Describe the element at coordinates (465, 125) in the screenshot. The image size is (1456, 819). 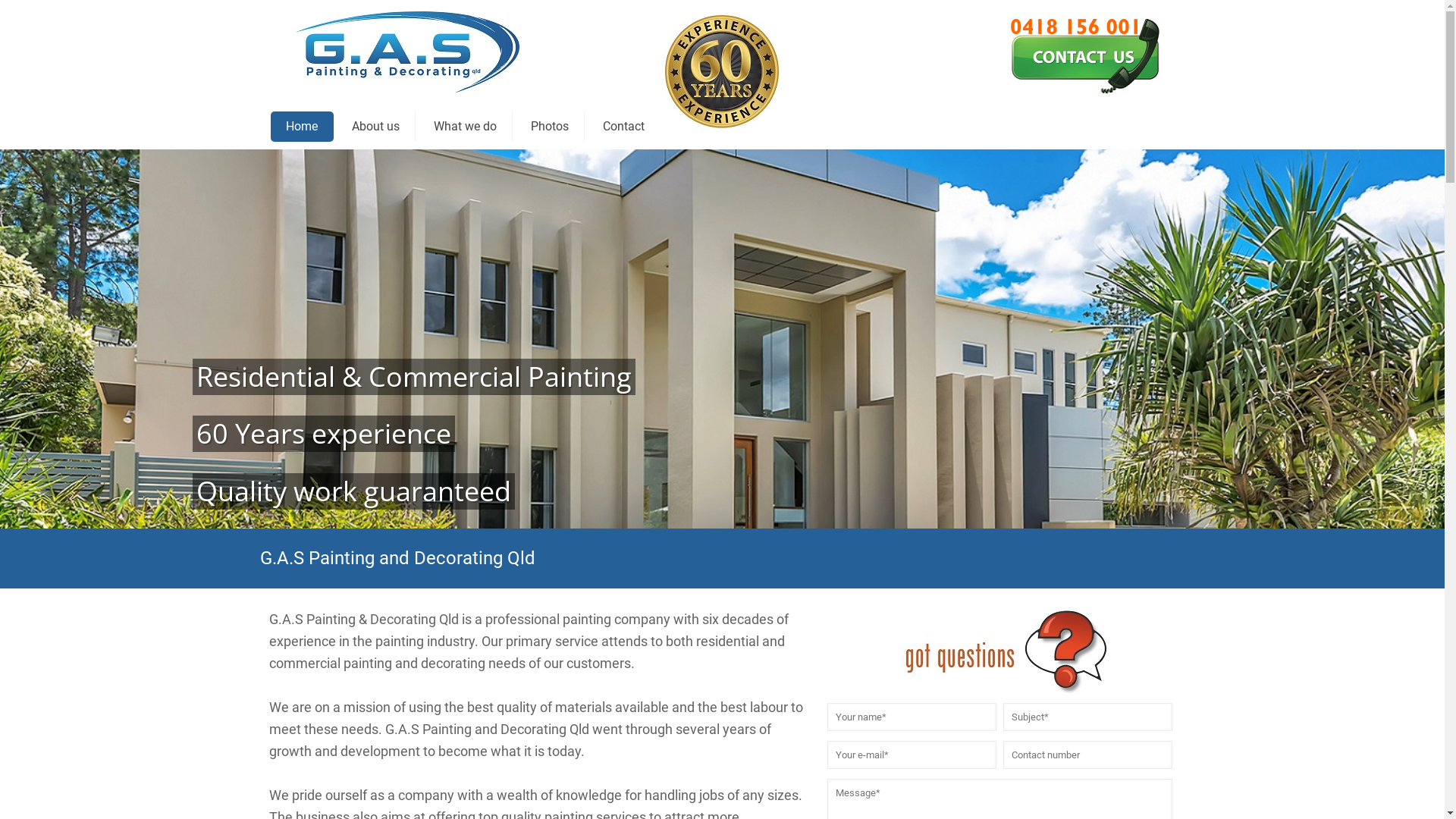
I see `'What we do'` at that location.